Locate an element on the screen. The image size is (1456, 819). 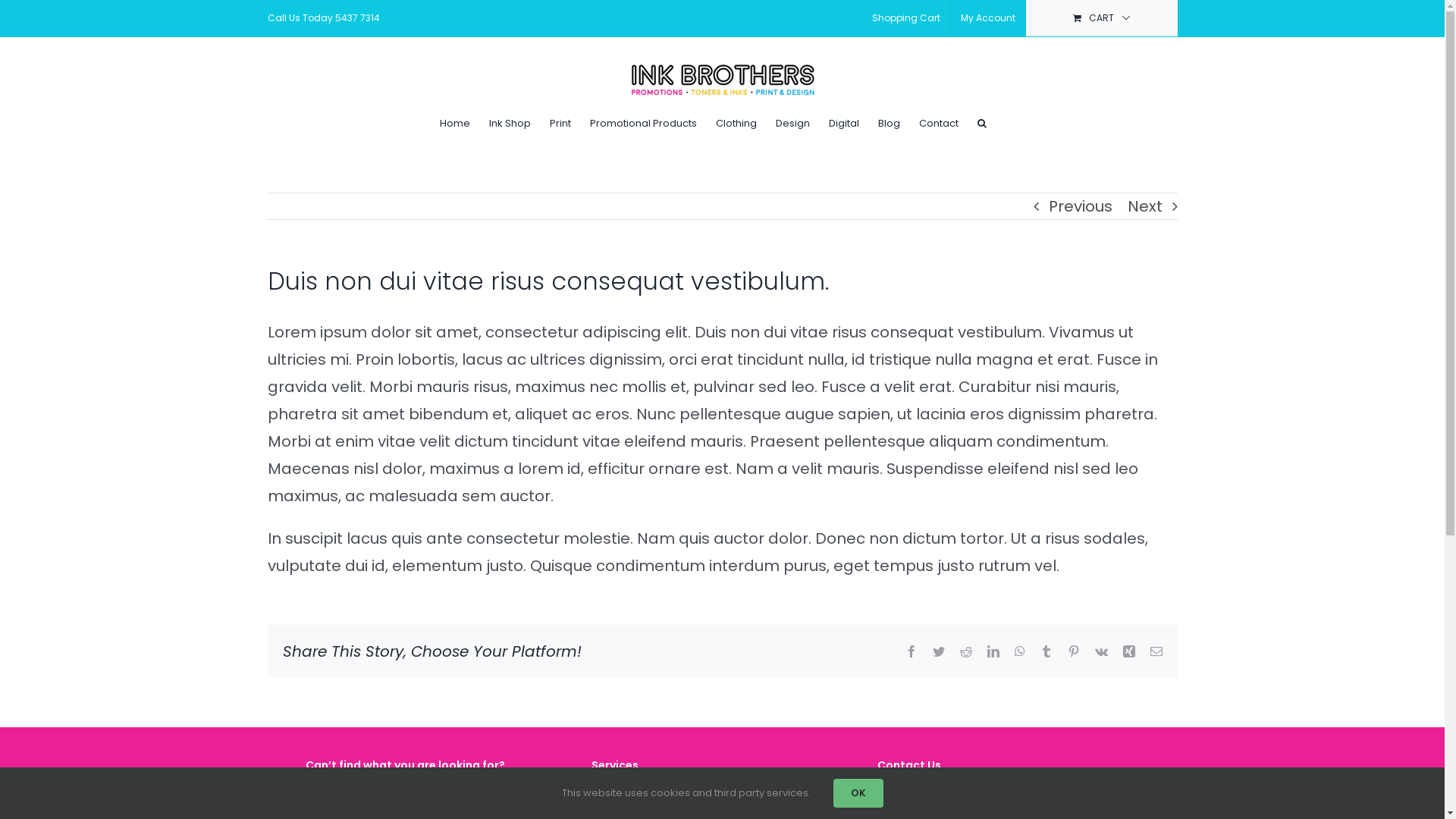
'Pinterest' is located at coordinates (1073, 651).